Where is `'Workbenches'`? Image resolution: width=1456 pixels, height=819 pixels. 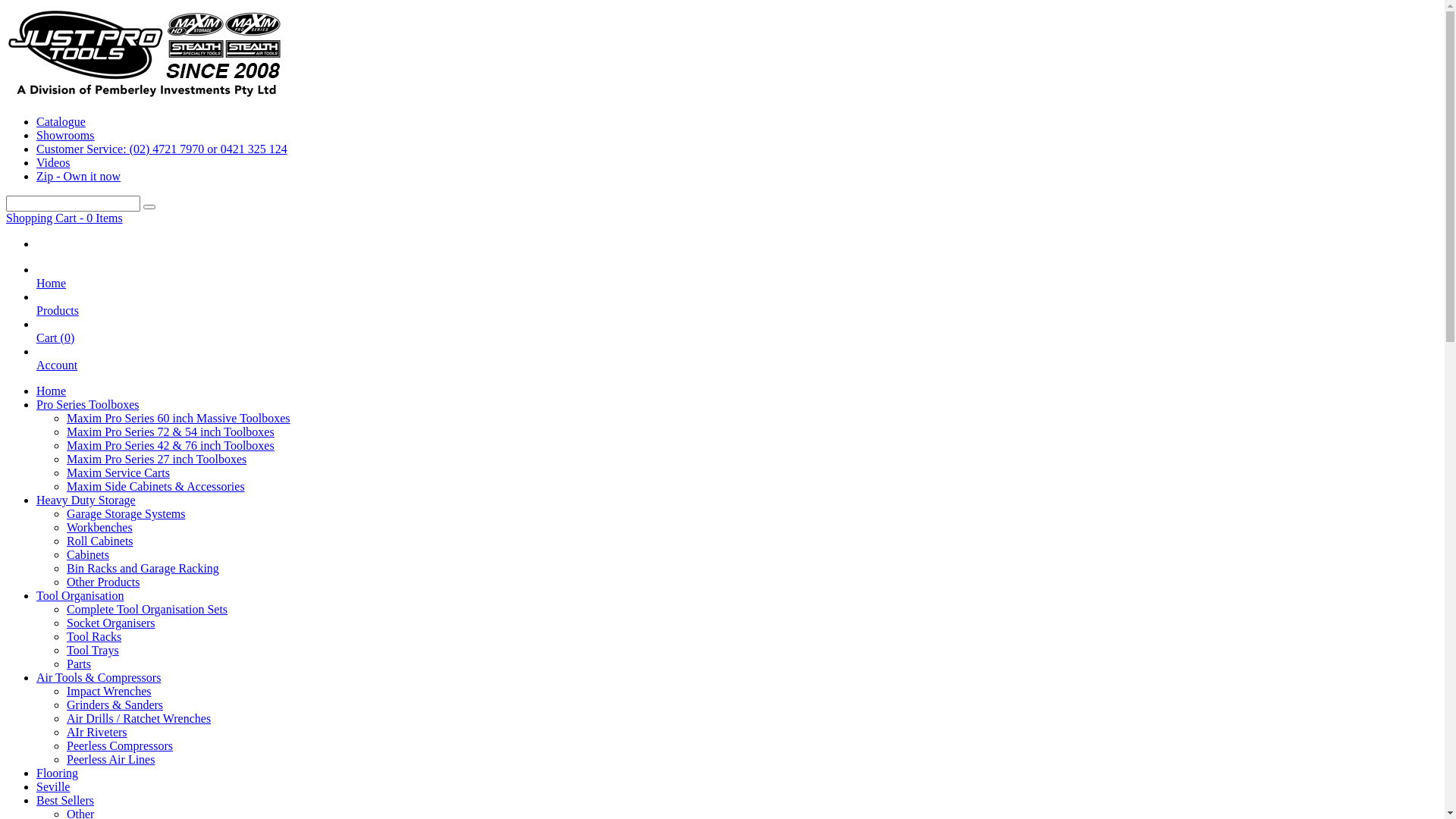 'Workbenches' is located at coordinates (99, 526).